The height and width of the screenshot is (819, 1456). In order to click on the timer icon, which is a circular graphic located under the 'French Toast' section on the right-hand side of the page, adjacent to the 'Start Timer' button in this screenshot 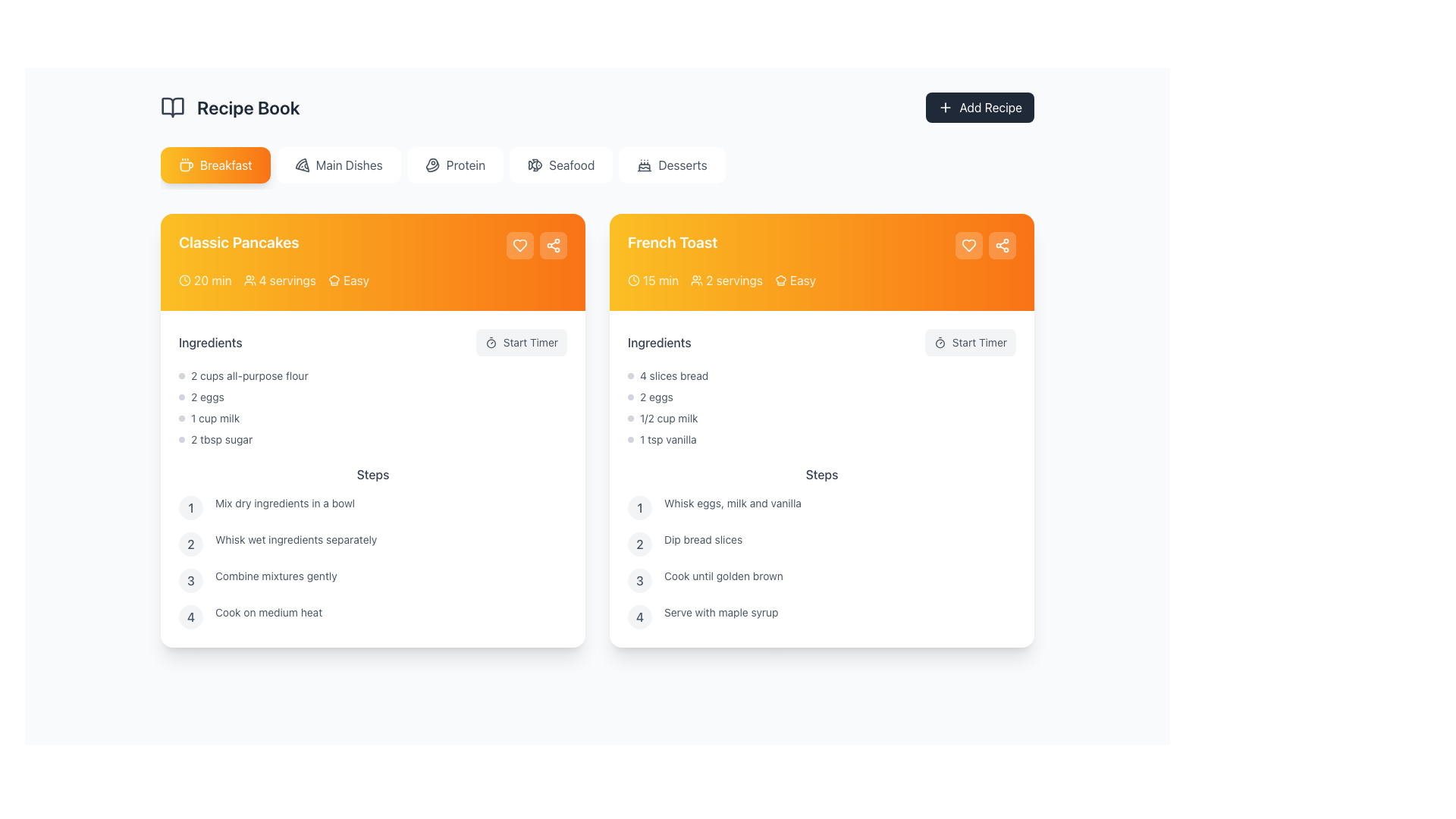, I will do `click(491, 344)`.